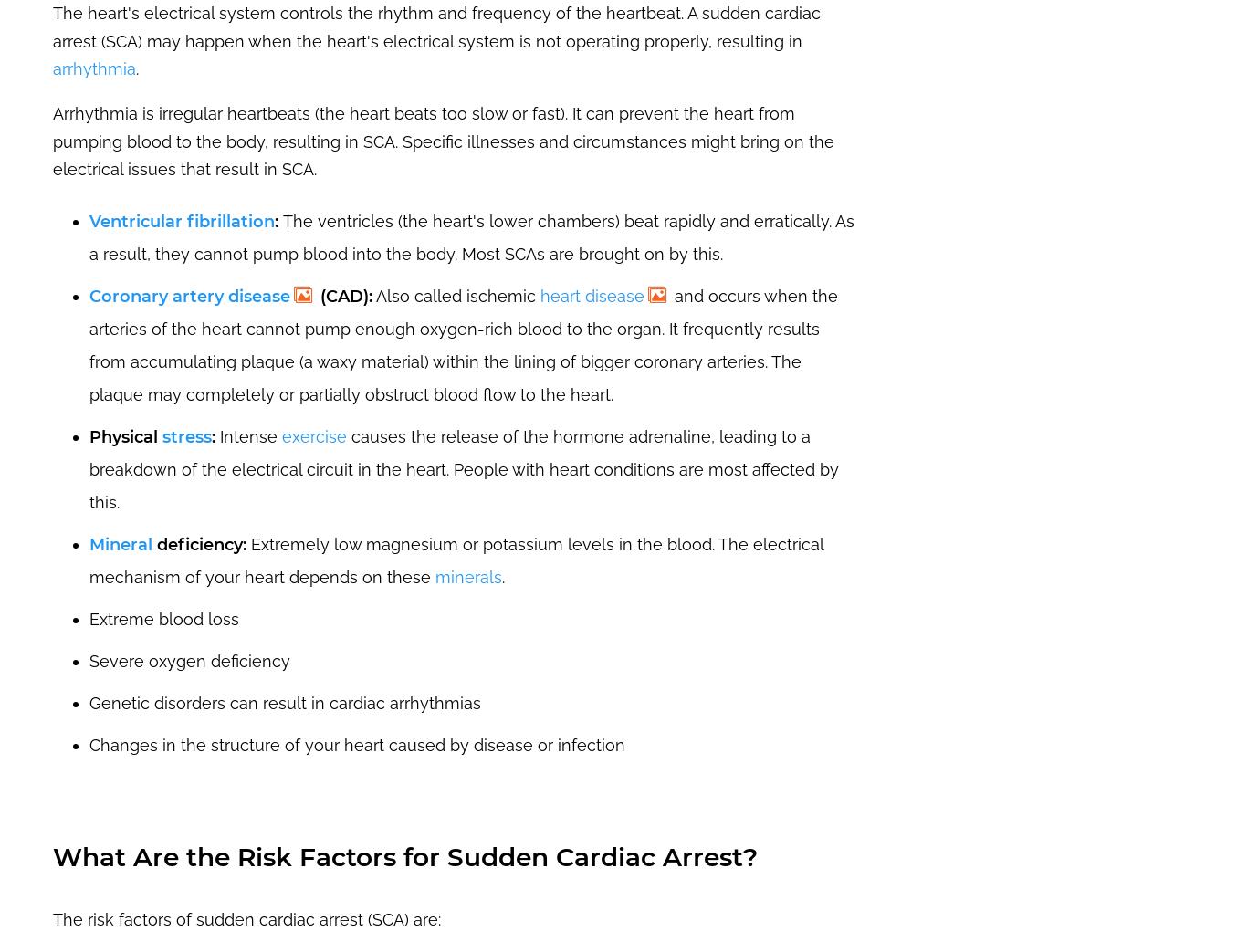 The width and height of the screenshot is (1247, 952). What do you see at coordinates (464, 344) in the screenshot?
I see `'and occurs when the arteries of the heart cannot pump enough oxygen-rich blood to the organ. It frequently results from accumulating plaque (a waxy material) within the lining of bigger coronary arteries. The plaque may completely or partially obstruct blood flow to the heart.'` at bounding box center [464, 344].